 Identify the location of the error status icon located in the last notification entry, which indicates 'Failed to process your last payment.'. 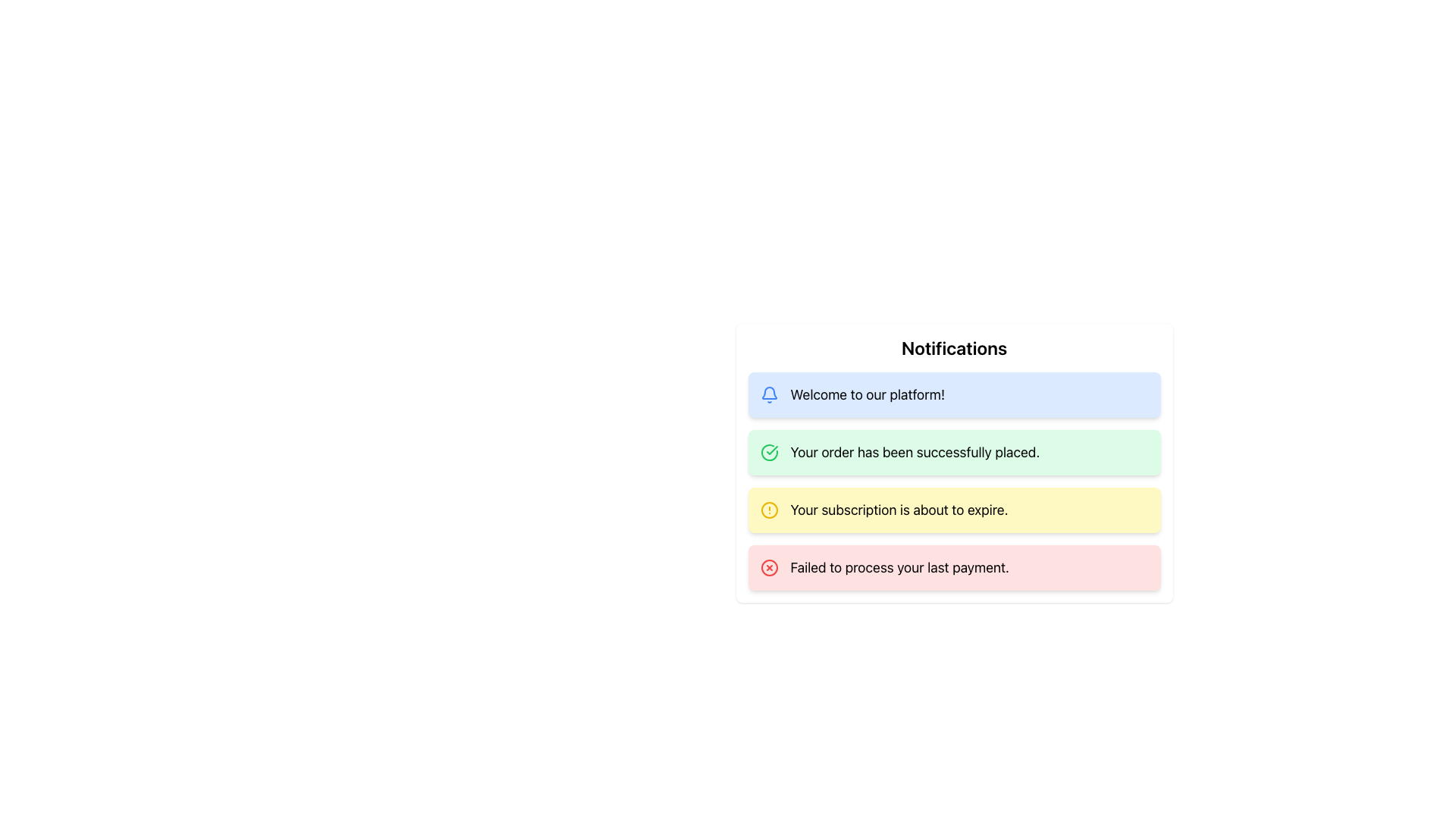
(769, 567).